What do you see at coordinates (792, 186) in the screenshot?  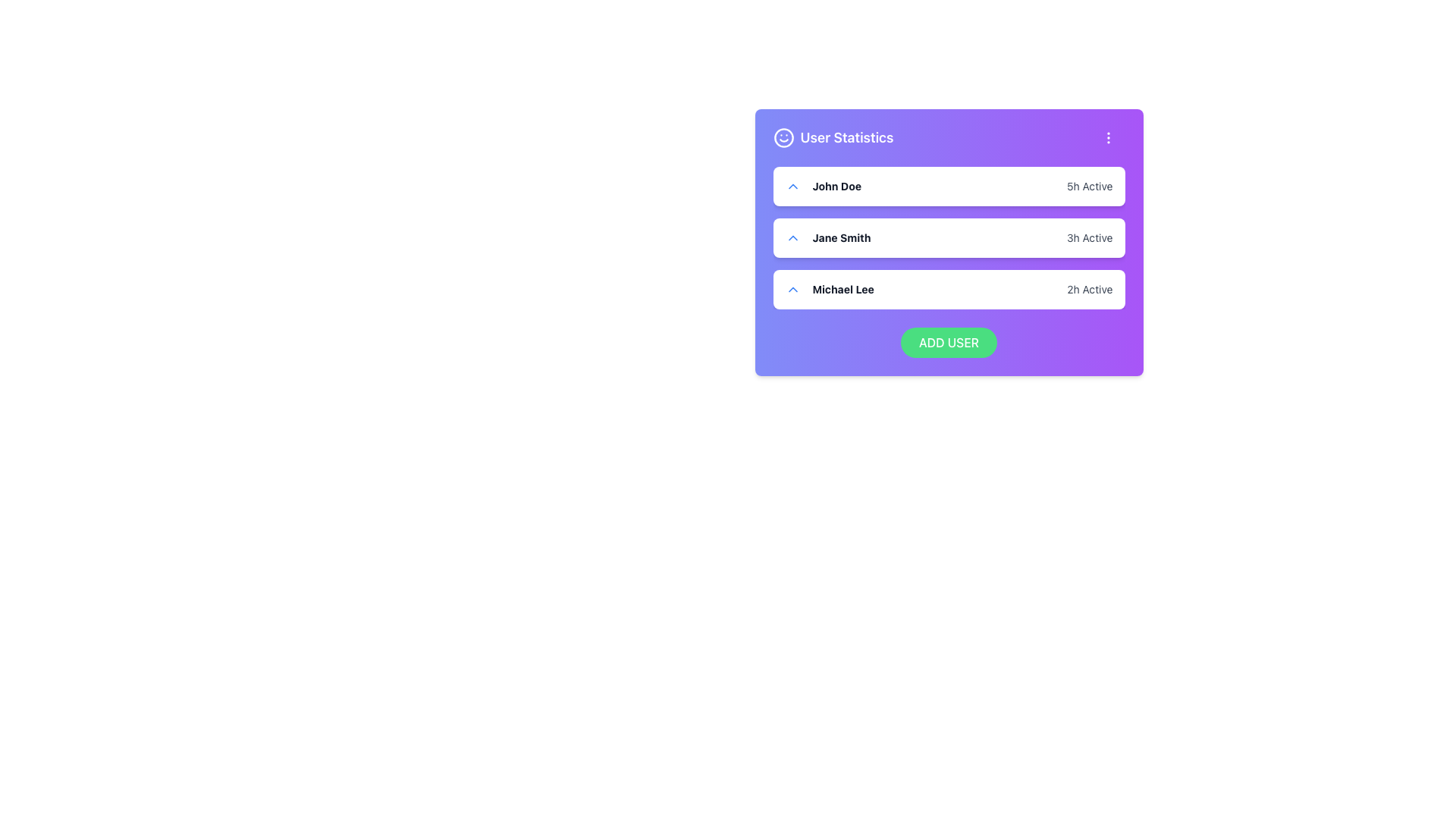 I see `the upward-pointing blue chevron icon located to the left of 'John Doe' to interact with the collapse/expand functionality` at bounding box center [792, 186].